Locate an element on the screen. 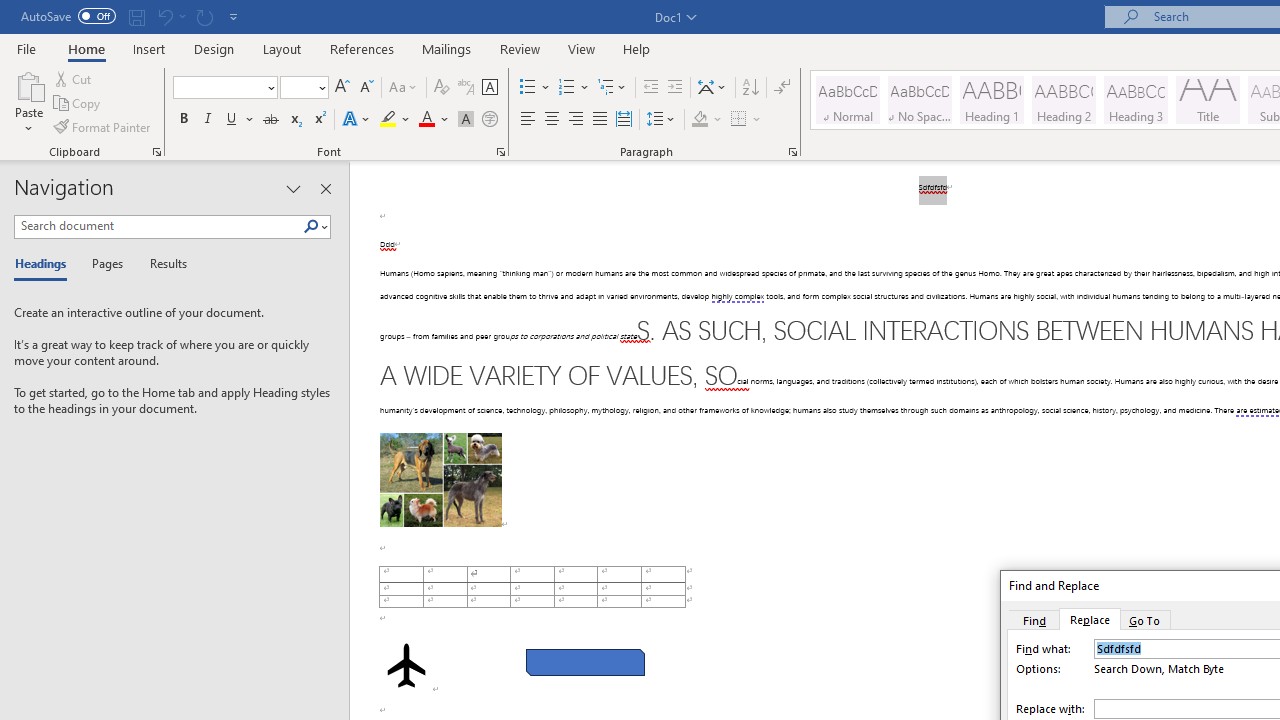 This screenshot has width=1280, height=720. 'Copy' is located at coordinates (78, 103).